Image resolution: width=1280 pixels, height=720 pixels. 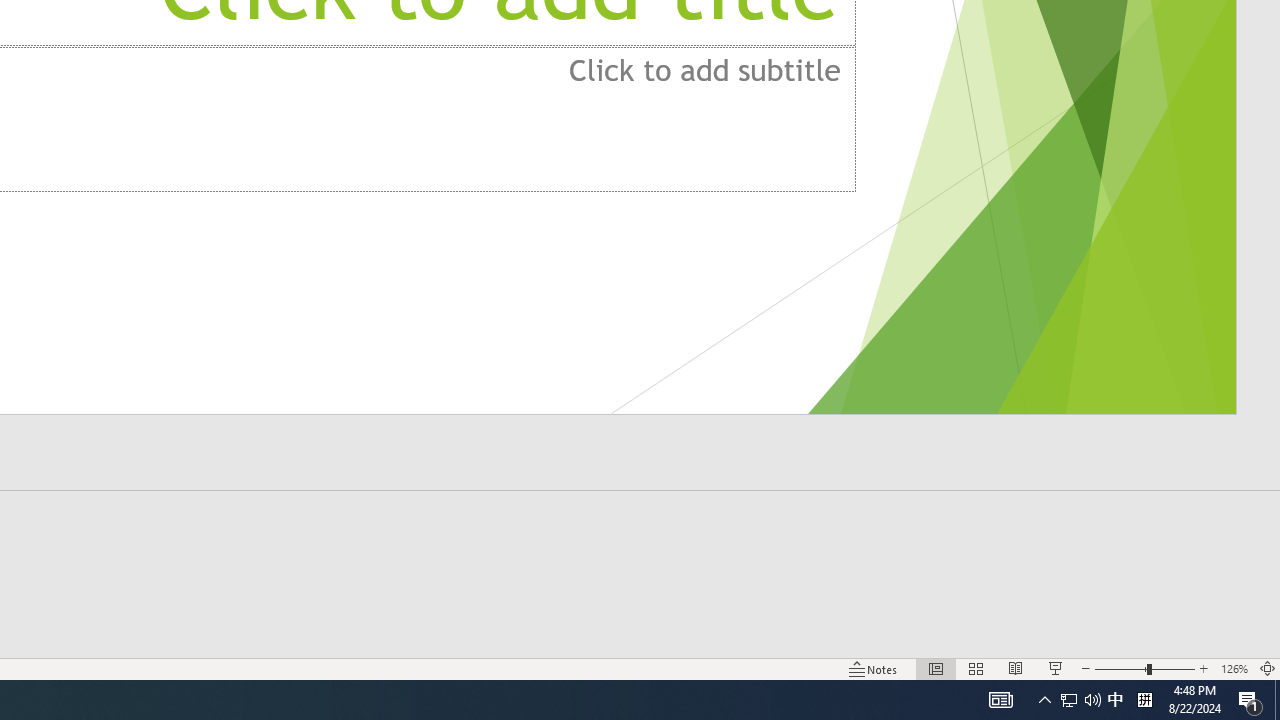 What do you see at coordinates (1233, 669) in the screenshot?
I see `'Zoom 126%'` at bounding box center [1233, 669].